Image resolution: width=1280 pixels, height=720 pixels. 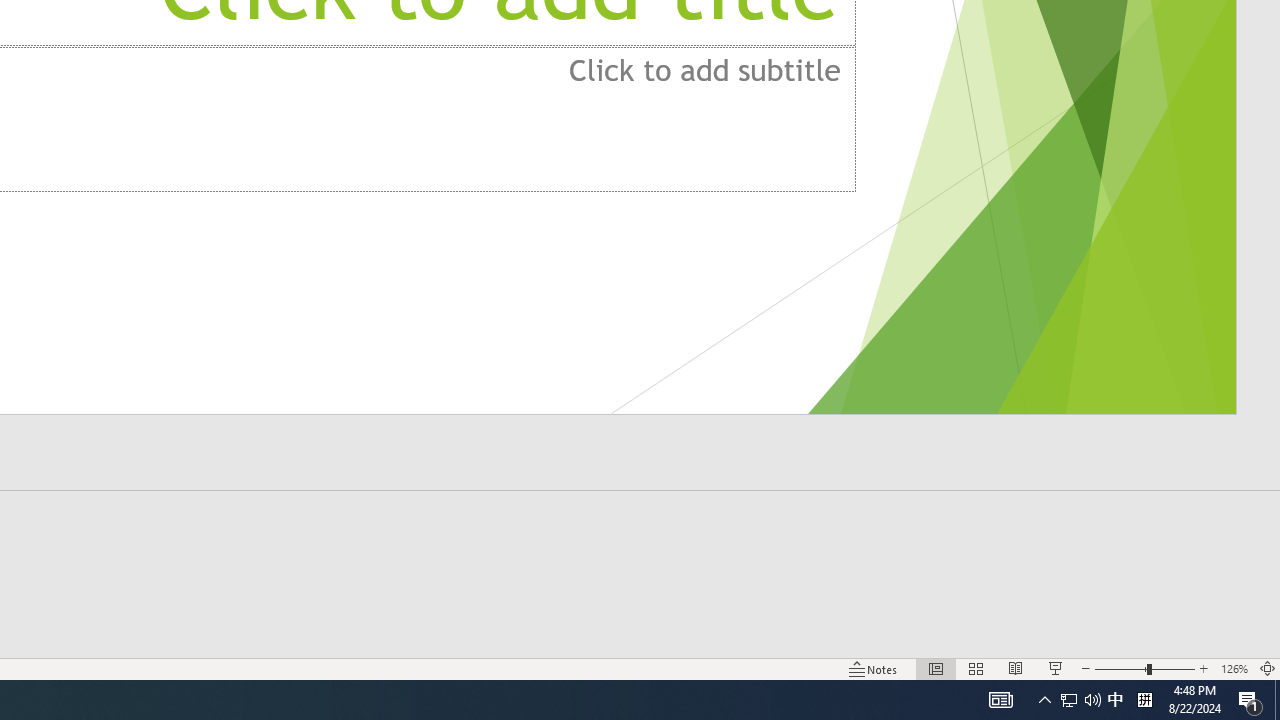 What do you see at coordinates (1233, 669) in the screenshot?
I see `'Zoom 126%'` at bounding box center [1233, 669].